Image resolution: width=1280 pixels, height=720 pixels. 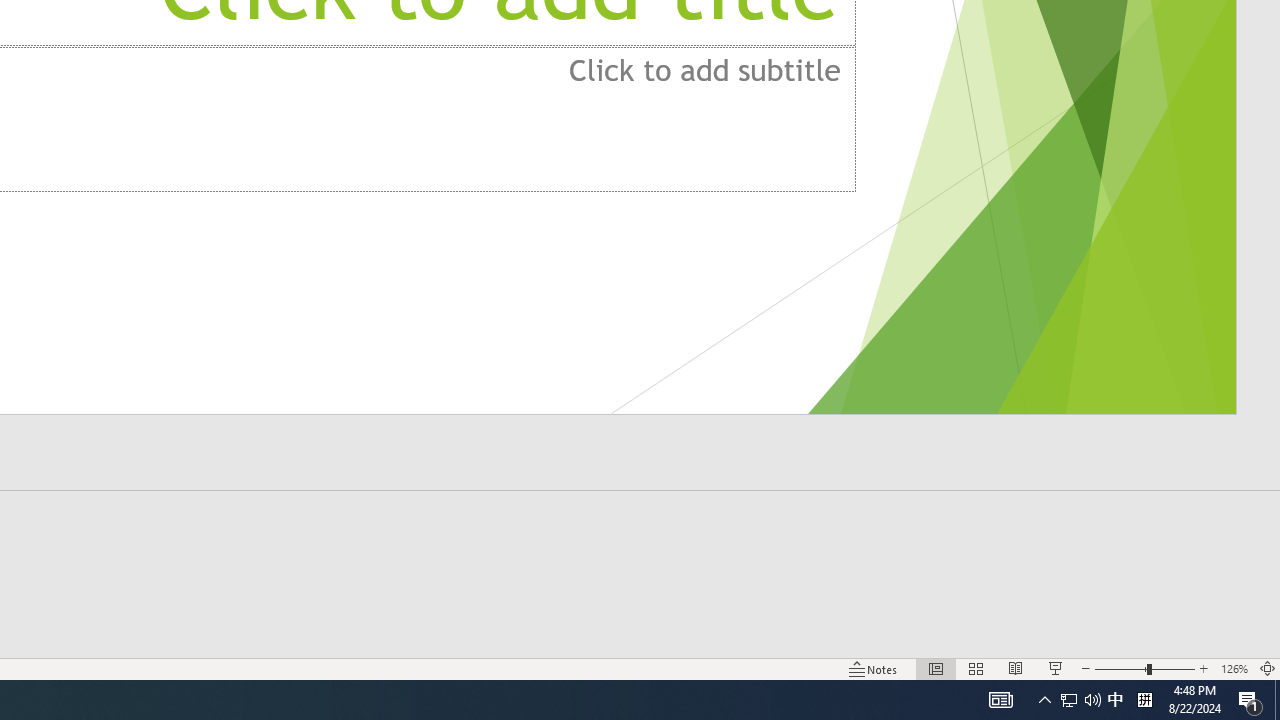 What do you see at coordinates (1233, 669) in the screenshot?
I see `'Zoom 126%'` at bounding box center [1233, 669].